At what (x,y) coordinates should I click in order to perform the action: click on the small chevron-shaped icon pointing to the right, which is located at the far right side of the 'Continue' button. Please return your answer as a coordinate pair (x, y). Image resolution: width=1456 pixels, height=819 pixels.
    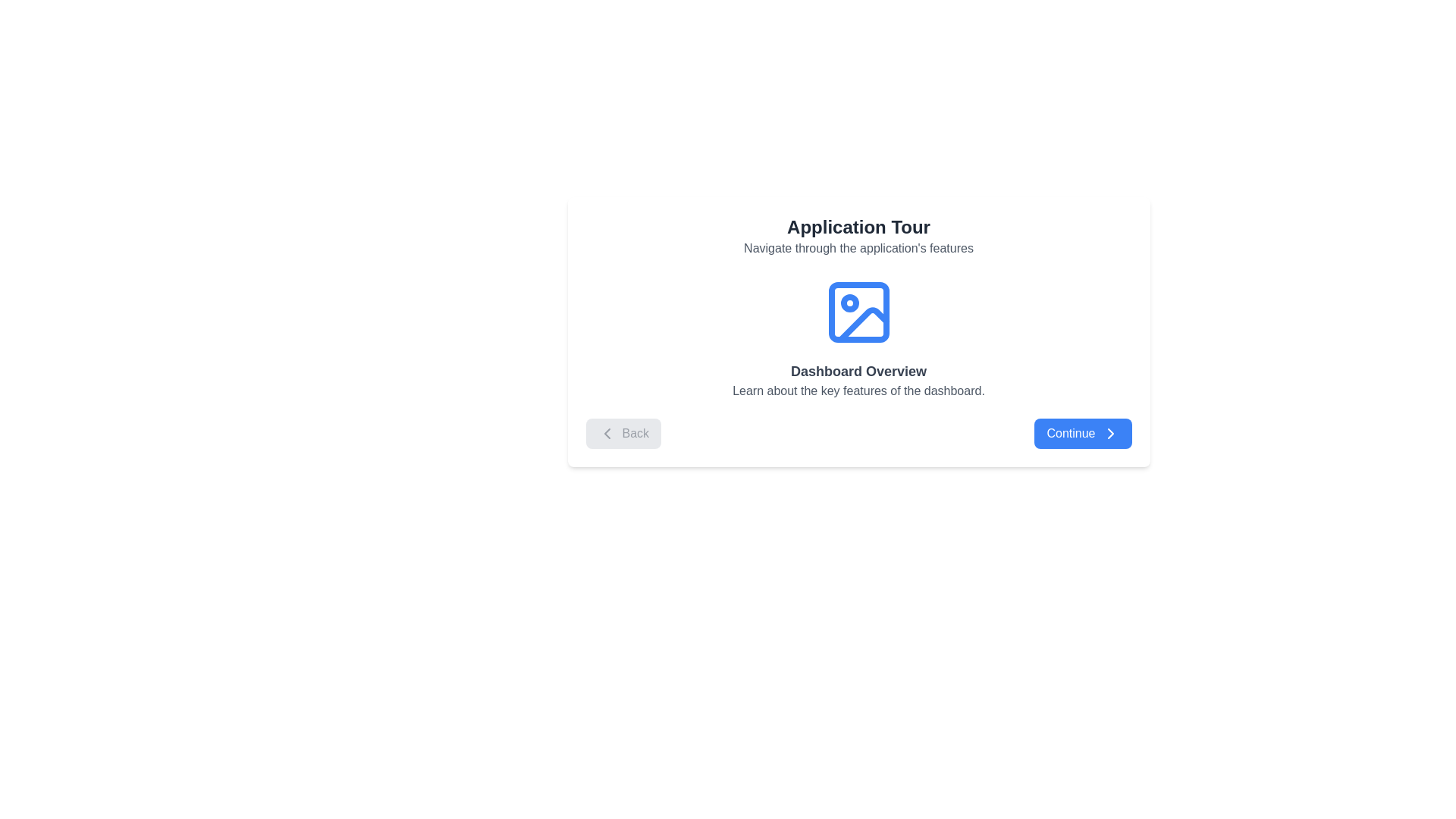
    Looking at the image, I should click on (1110, 433).